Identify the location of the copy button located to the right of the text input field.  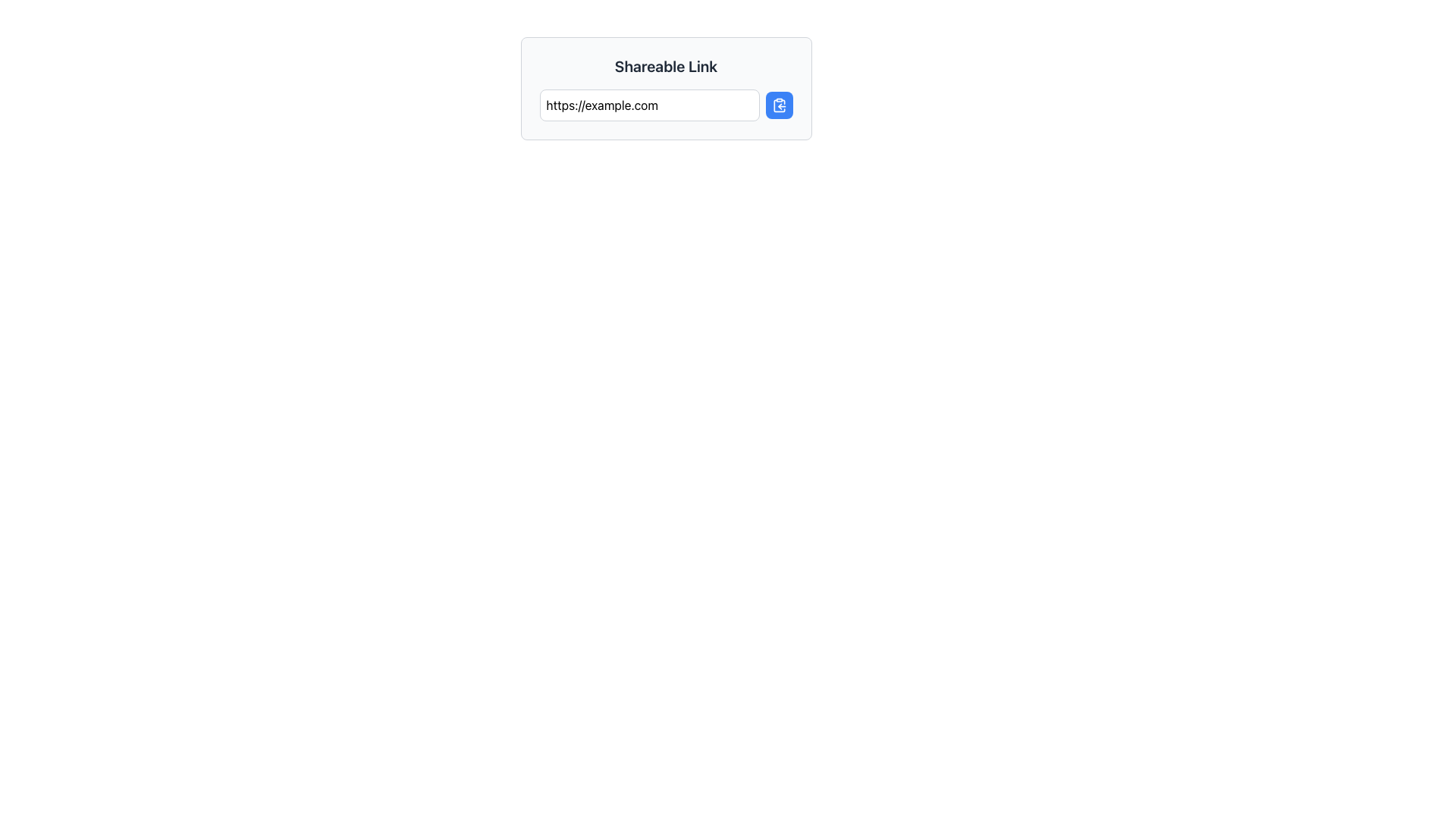
(779, 104).